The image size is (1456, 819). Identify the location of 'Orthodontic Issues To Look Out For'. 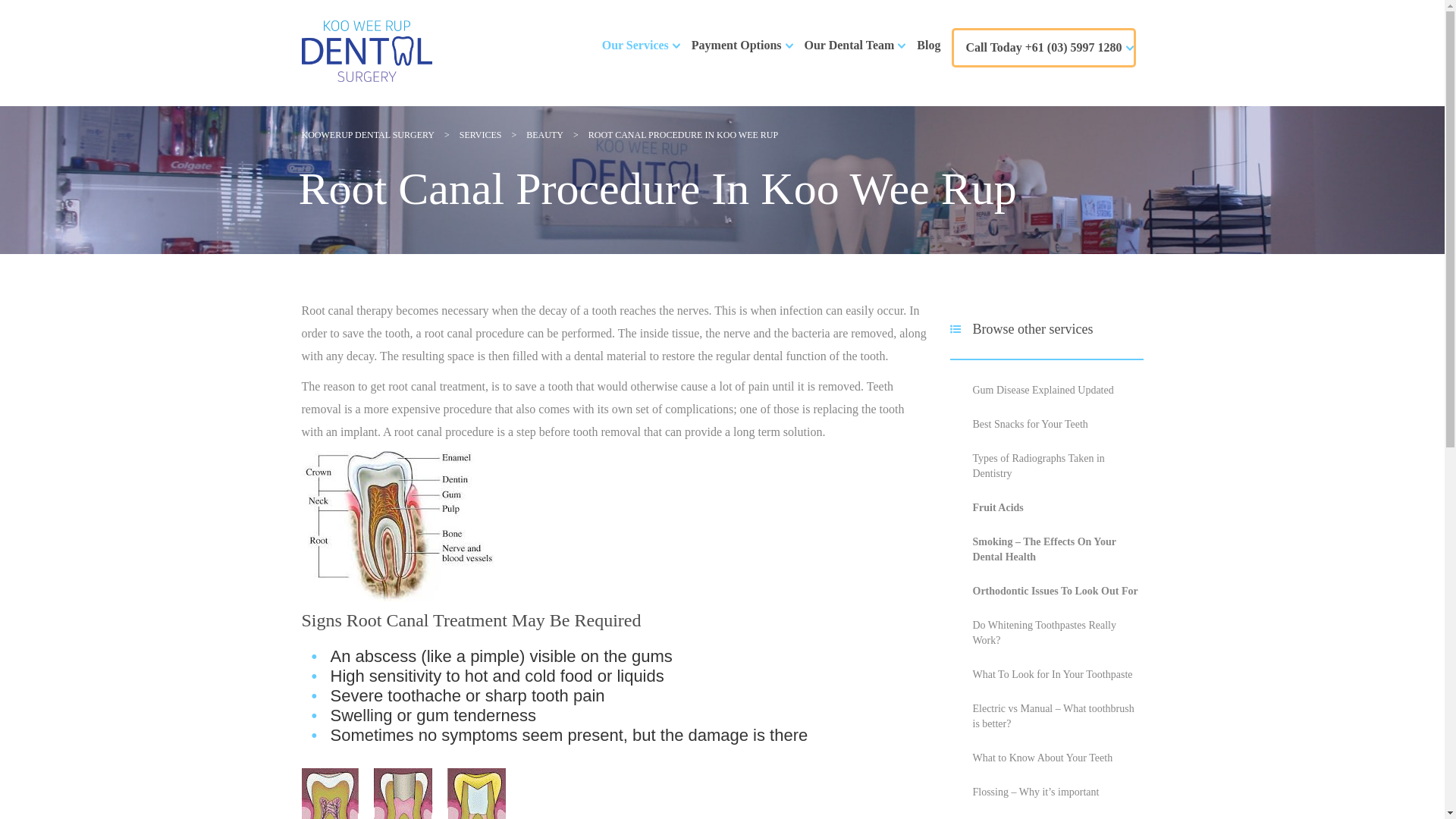
(1054, 590).